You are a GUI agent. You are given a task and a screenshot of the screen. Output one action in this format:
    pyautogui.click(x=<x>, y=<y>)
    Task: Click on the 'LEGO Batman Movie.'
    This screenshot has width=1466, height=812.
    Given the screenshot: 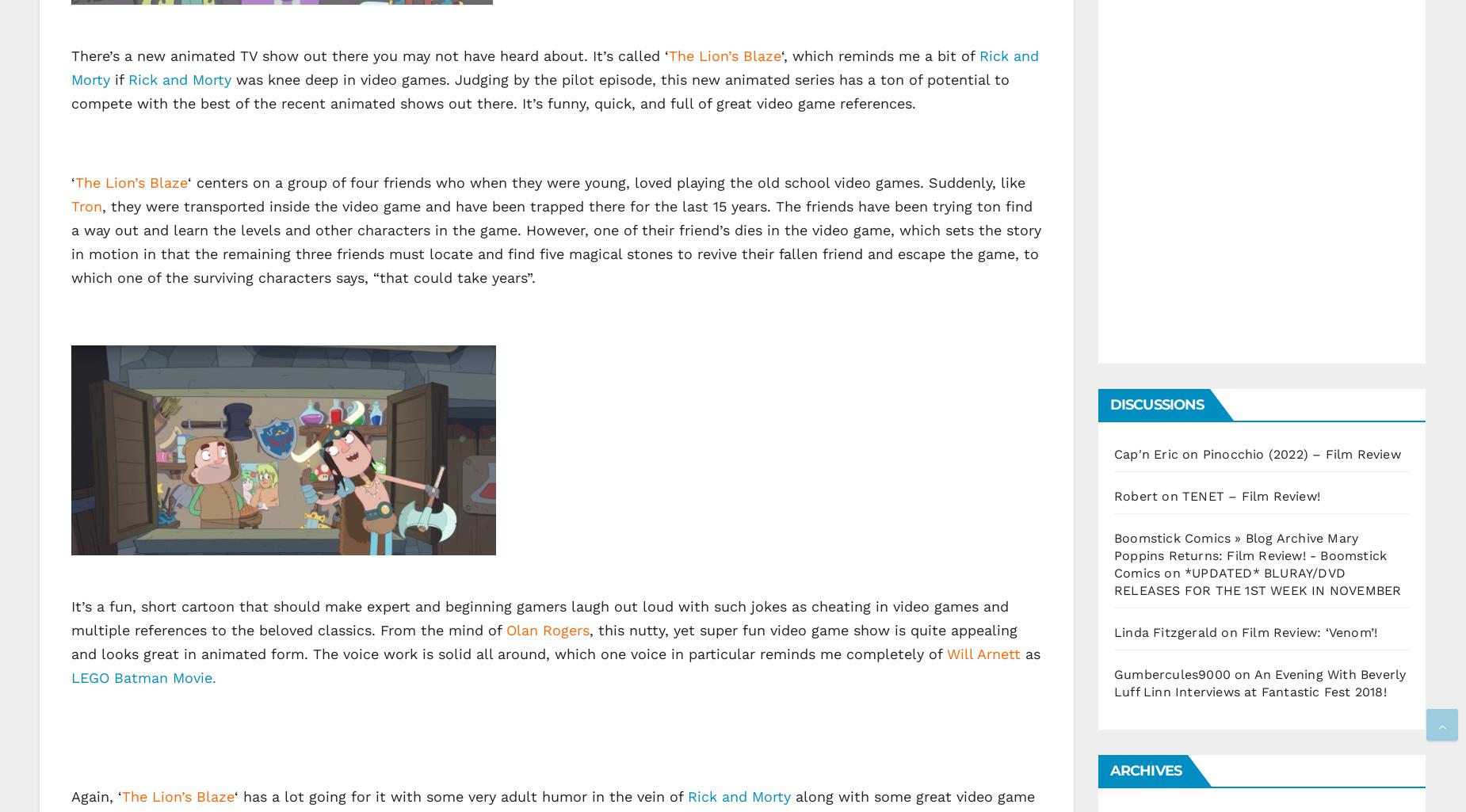 What is the action you would take?
    pyautogui.click(x=143, y=677)
    